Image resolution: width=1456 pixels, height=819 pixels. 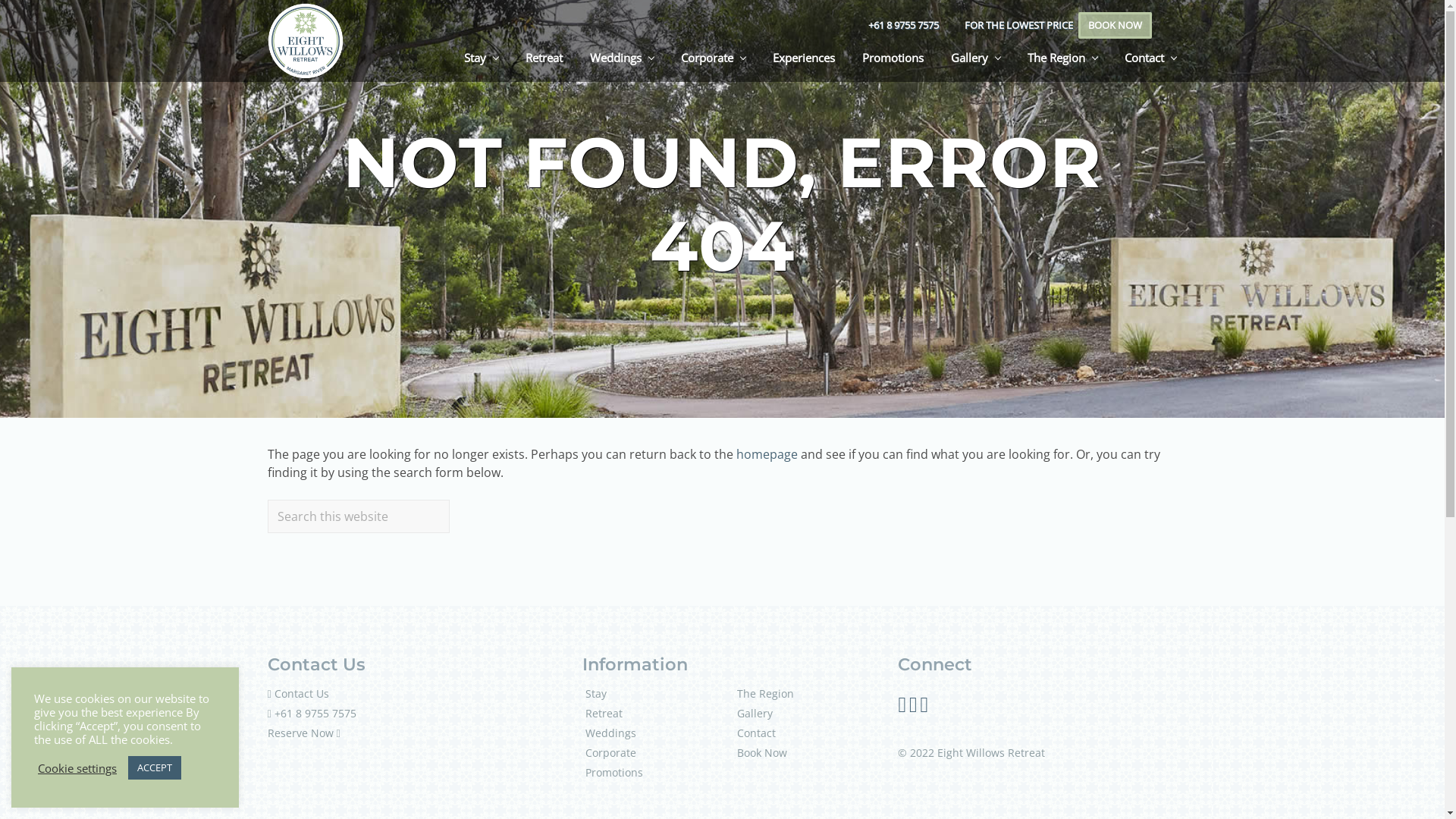 What do you see at coordinates (1115, 25) in the screenshot?
I see `'BOOK NOW'` at bounding box center [1115, 25].